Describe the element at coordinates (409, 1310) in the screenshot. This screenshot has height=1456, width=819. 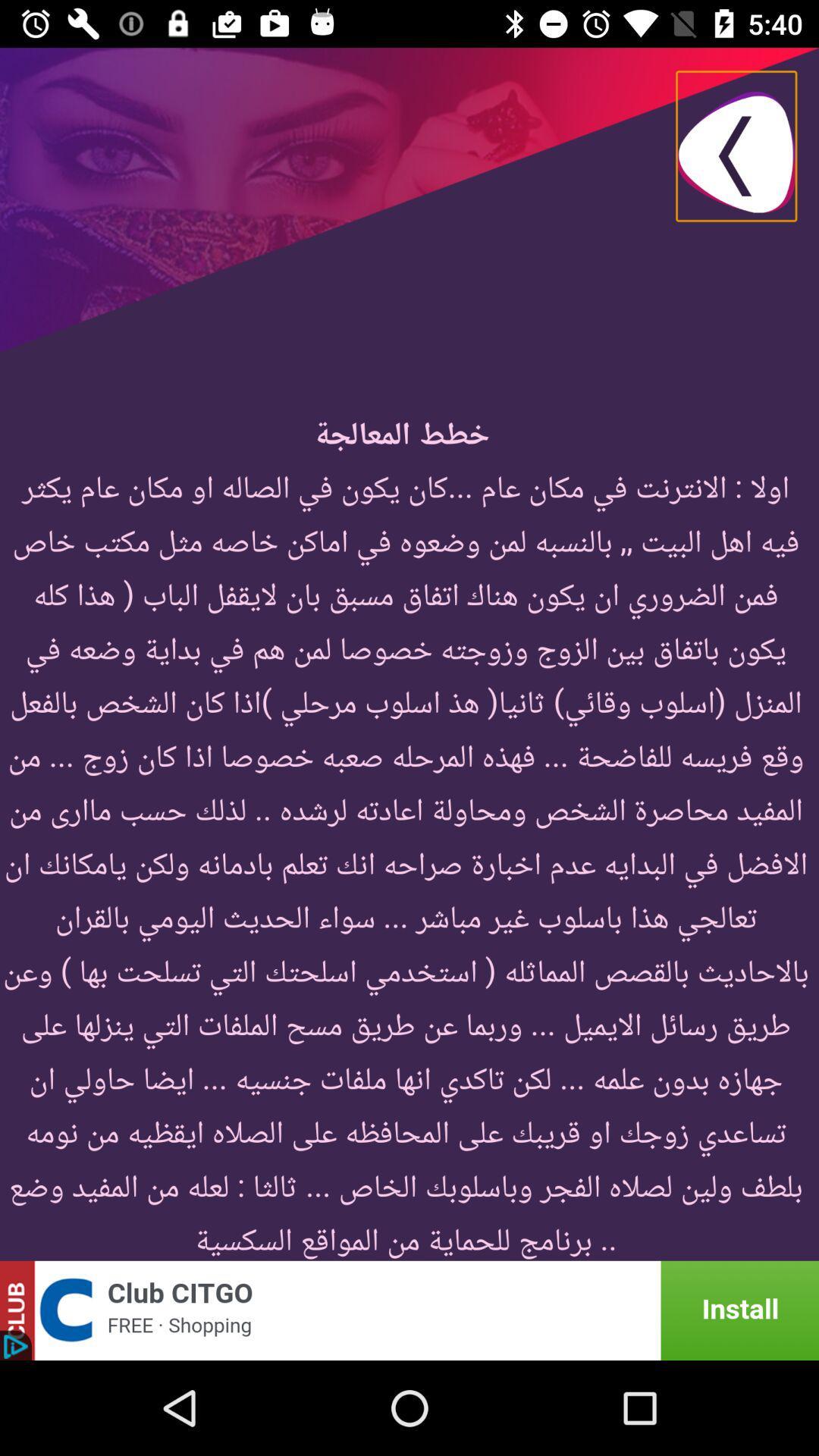
I see `advatisdment` at that location.